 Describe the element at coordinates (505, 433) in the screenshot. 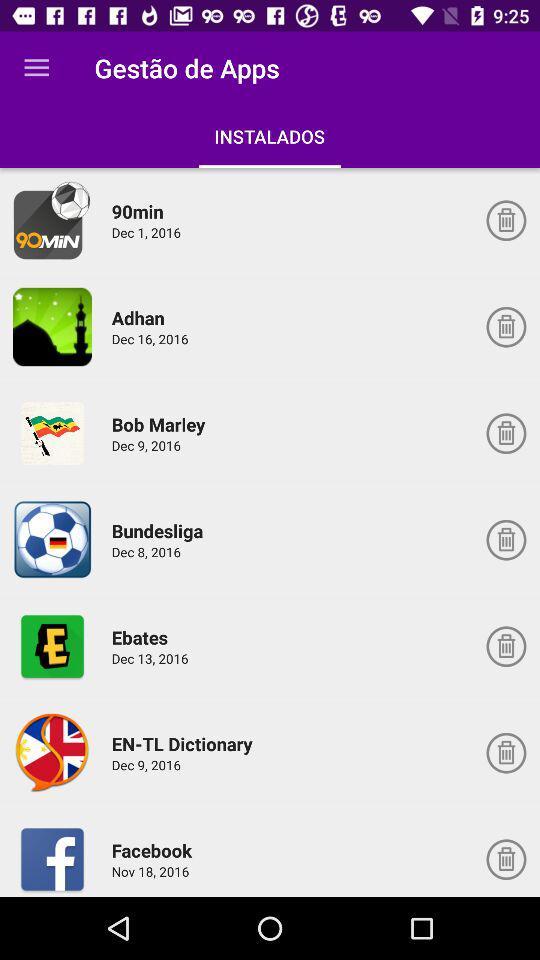

I see `discard the app` at that location.